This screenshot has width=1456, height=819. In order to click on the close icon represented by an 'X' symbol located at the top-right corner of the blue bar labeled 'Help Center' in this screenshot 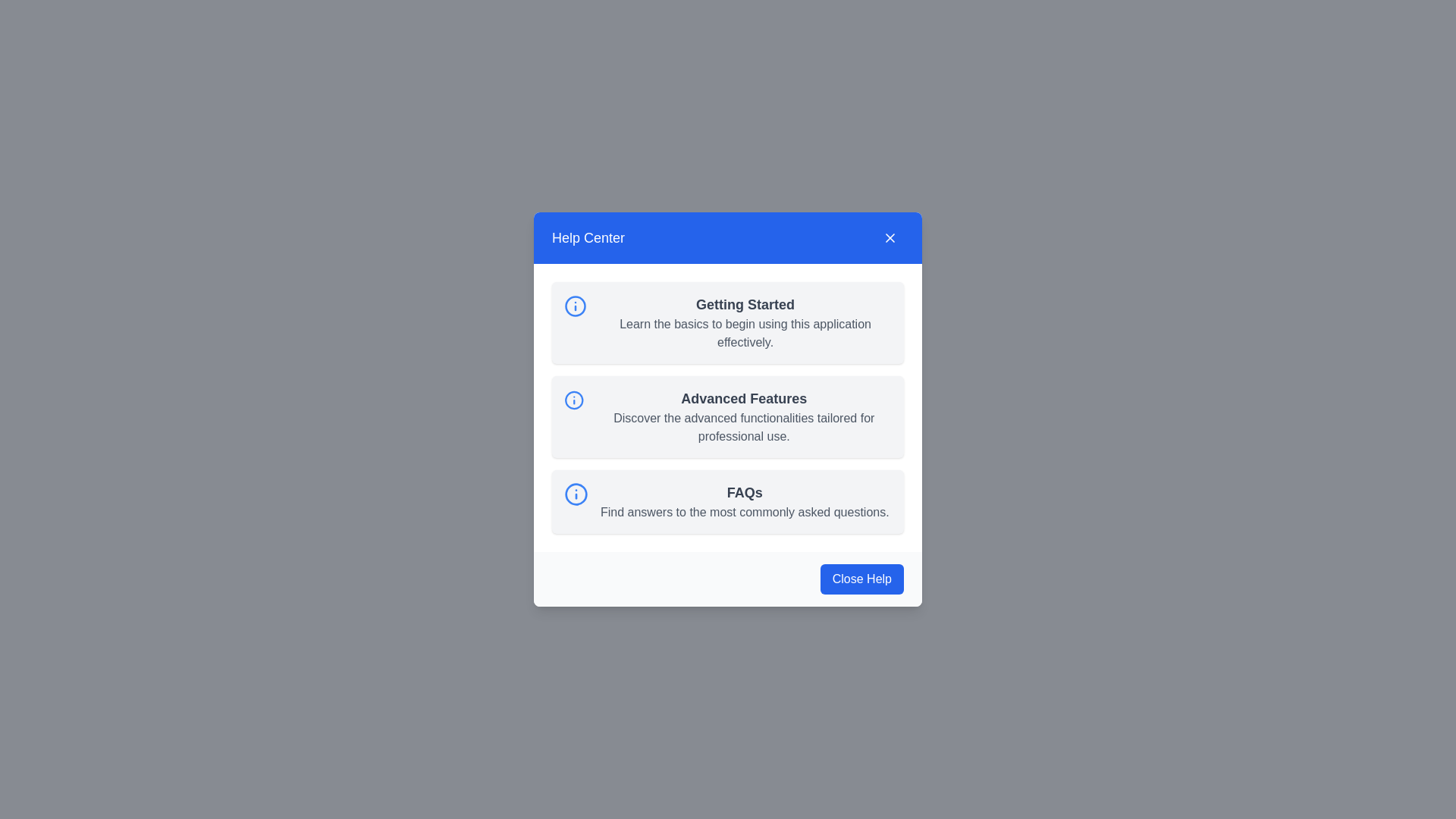, I will do `click(890, 237)`.